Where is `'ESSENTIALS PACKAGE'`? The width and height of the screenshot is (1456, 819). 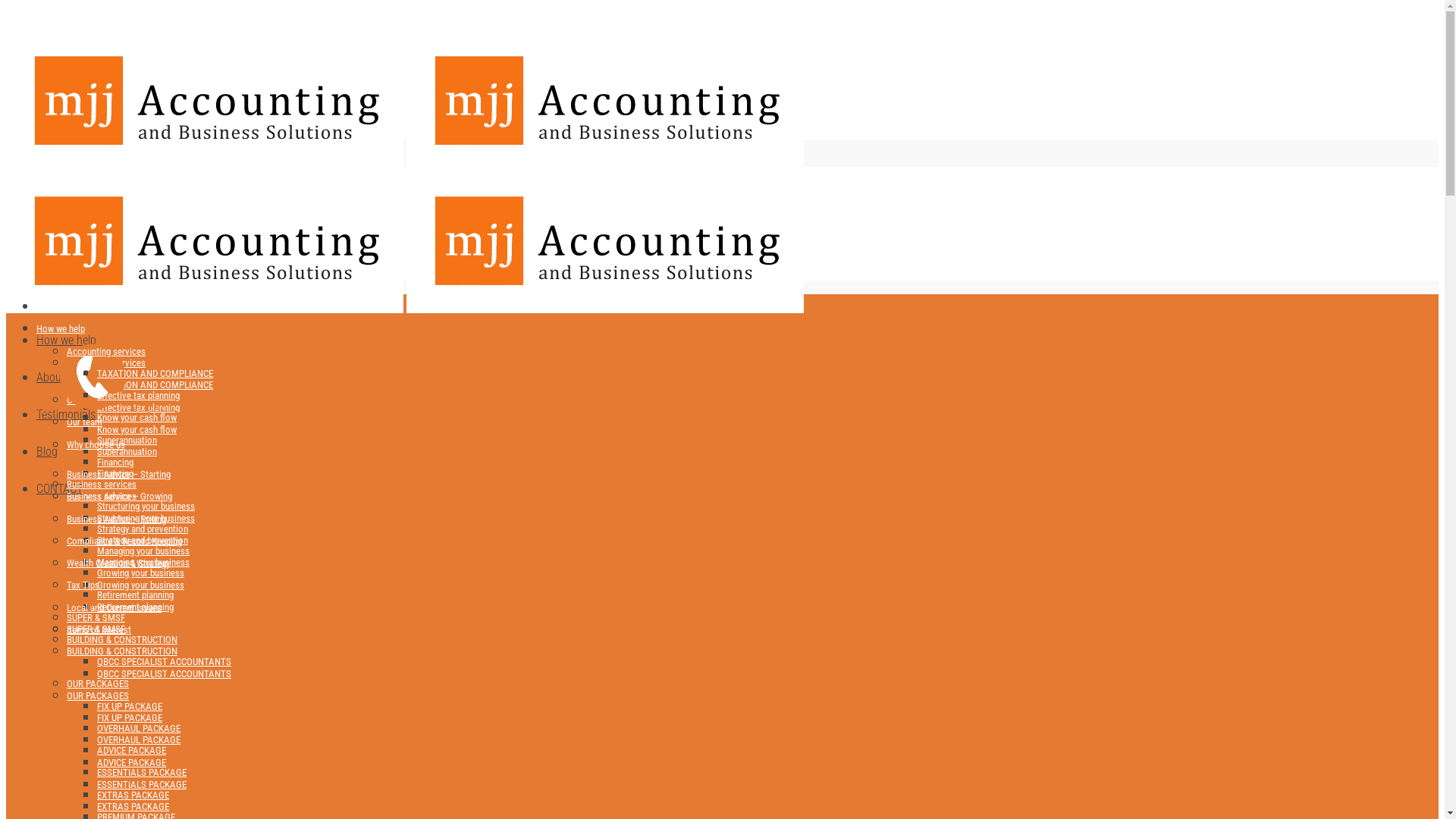 'ESSENTIALS PACKAGE' is located at coordinates (142, 784).